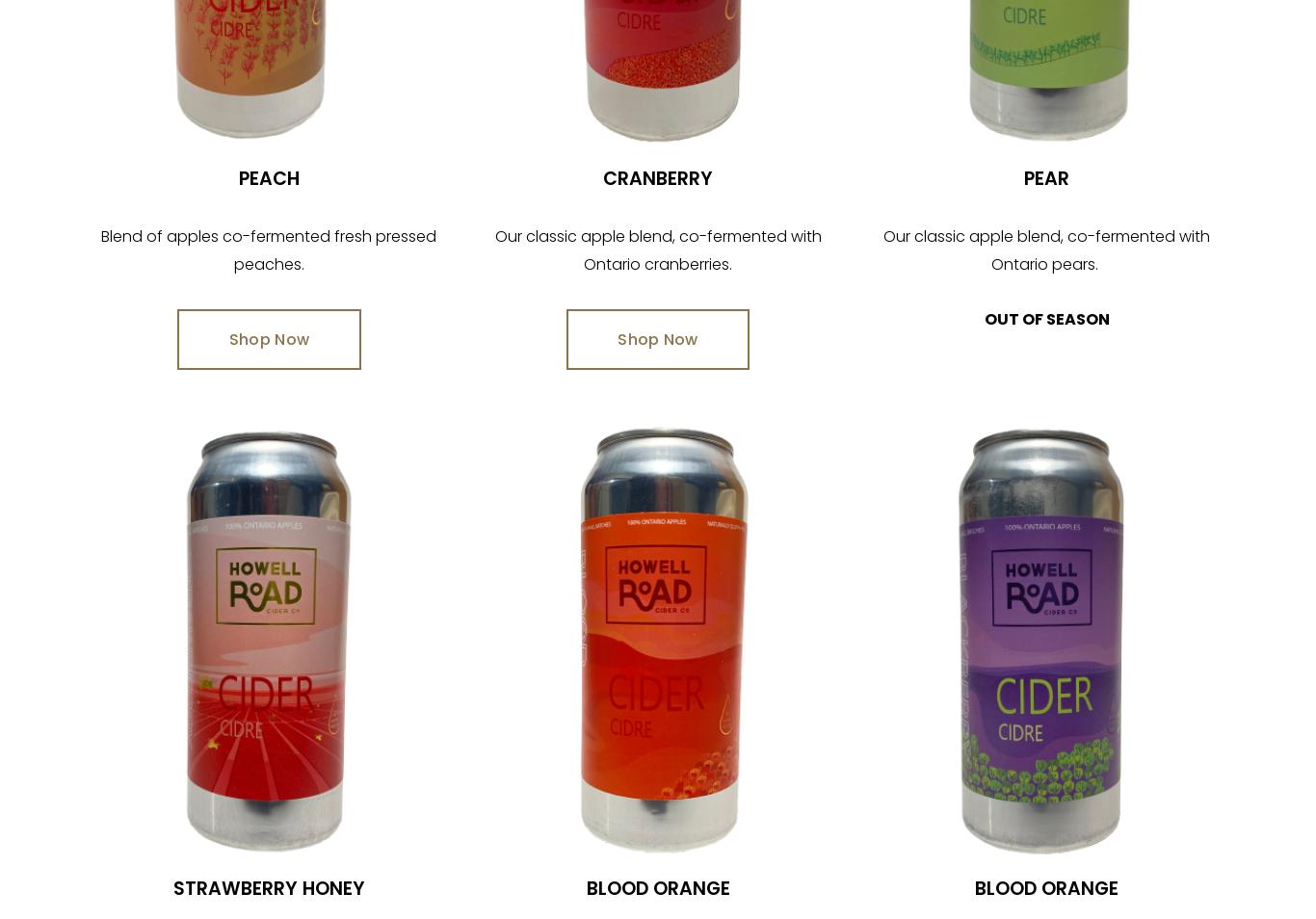  What do you see at coordinates (1045, 177) in the screenshot?
I see `'PEAR'` at bounding box center [1045, 177].